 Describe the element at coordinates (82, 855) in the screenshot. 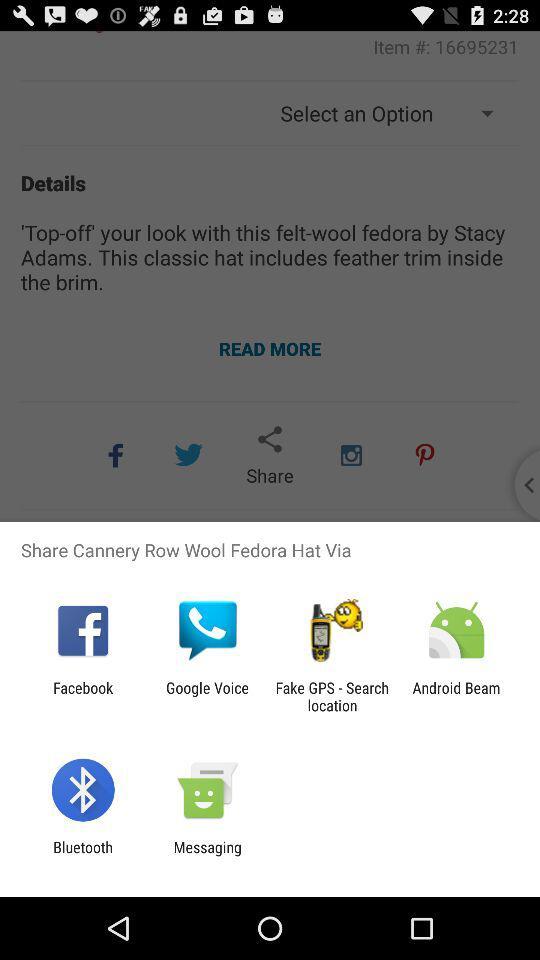

I see `icon to the left of the messaging app` at that location.